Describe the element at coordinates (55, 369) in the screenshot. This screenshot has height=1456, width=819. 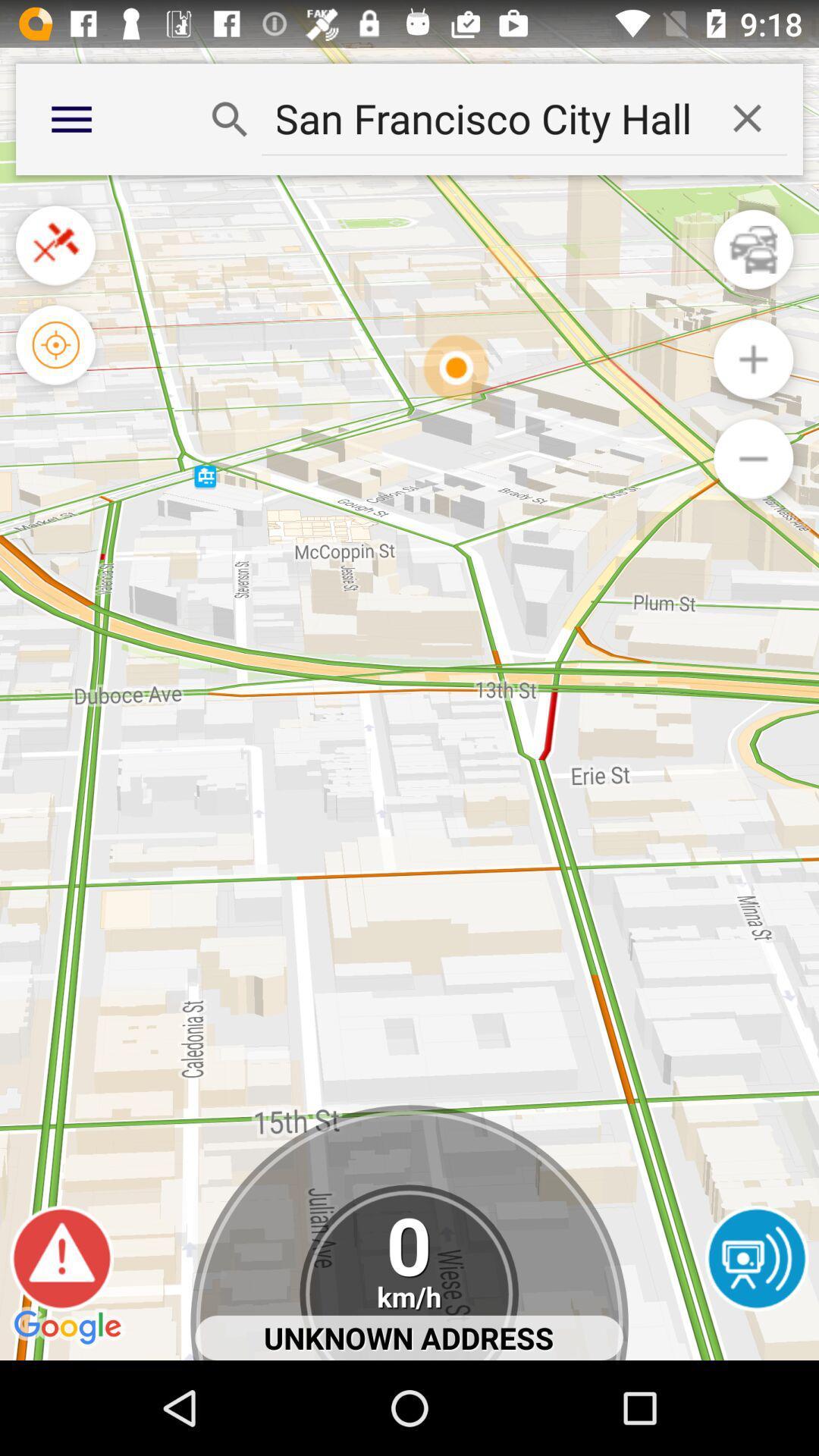
I see `the location_crosshair icon` at that location.